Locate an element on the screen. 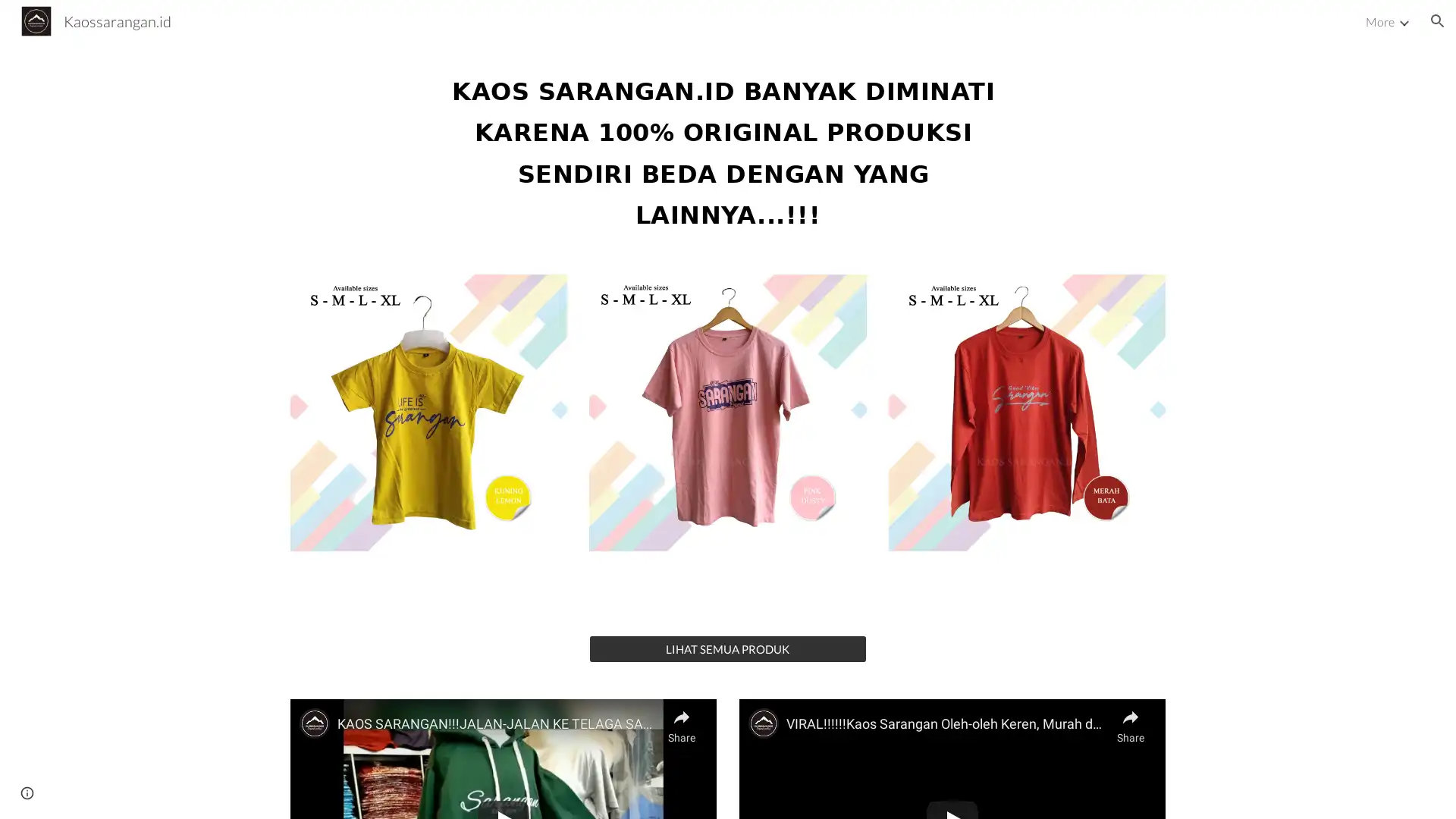 This screenshot has height=819, width=1456. Google Sites is located at coordinates (117, 792).